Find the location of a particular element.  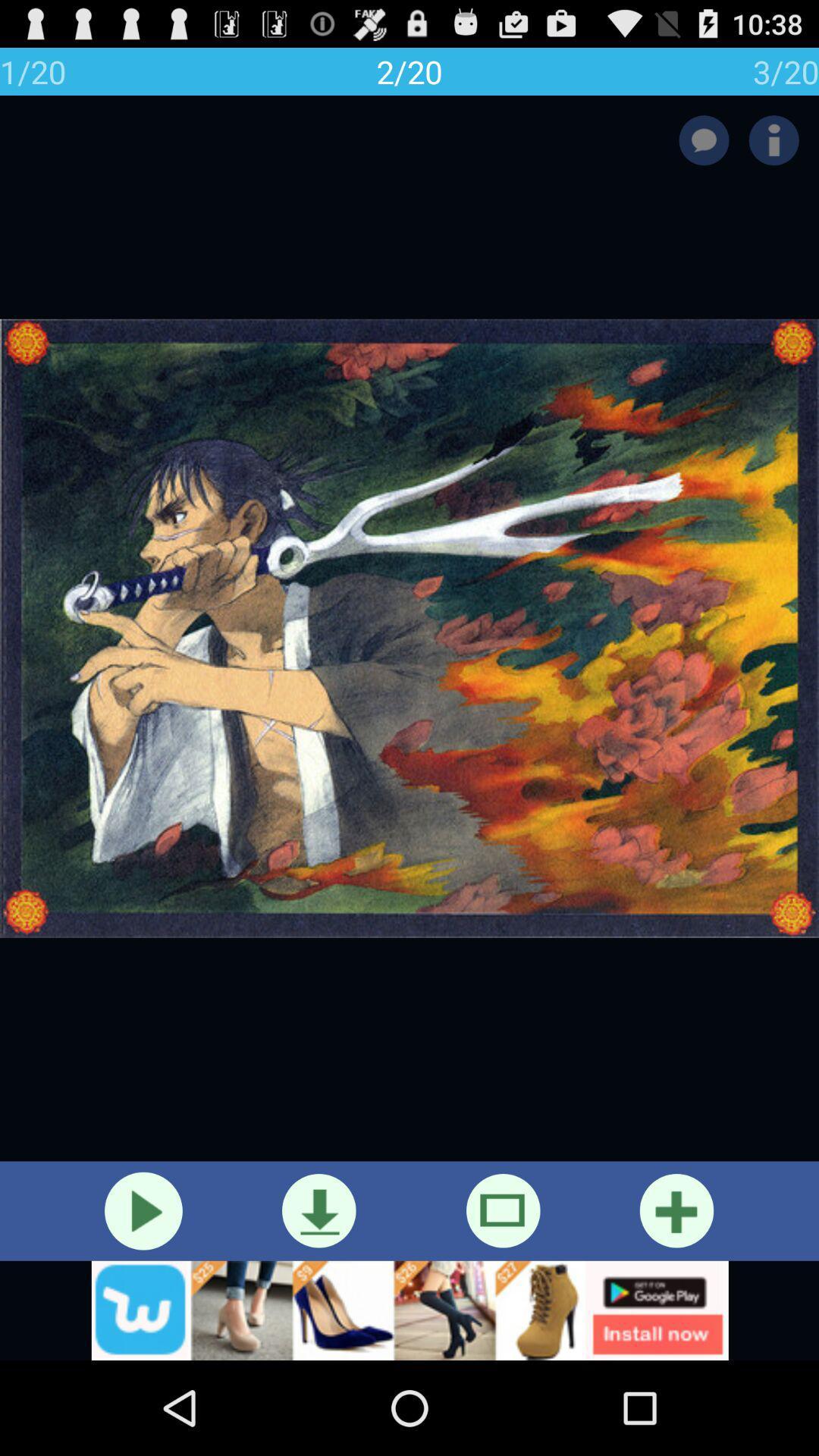

the download is located at coordinates (318, 1210).